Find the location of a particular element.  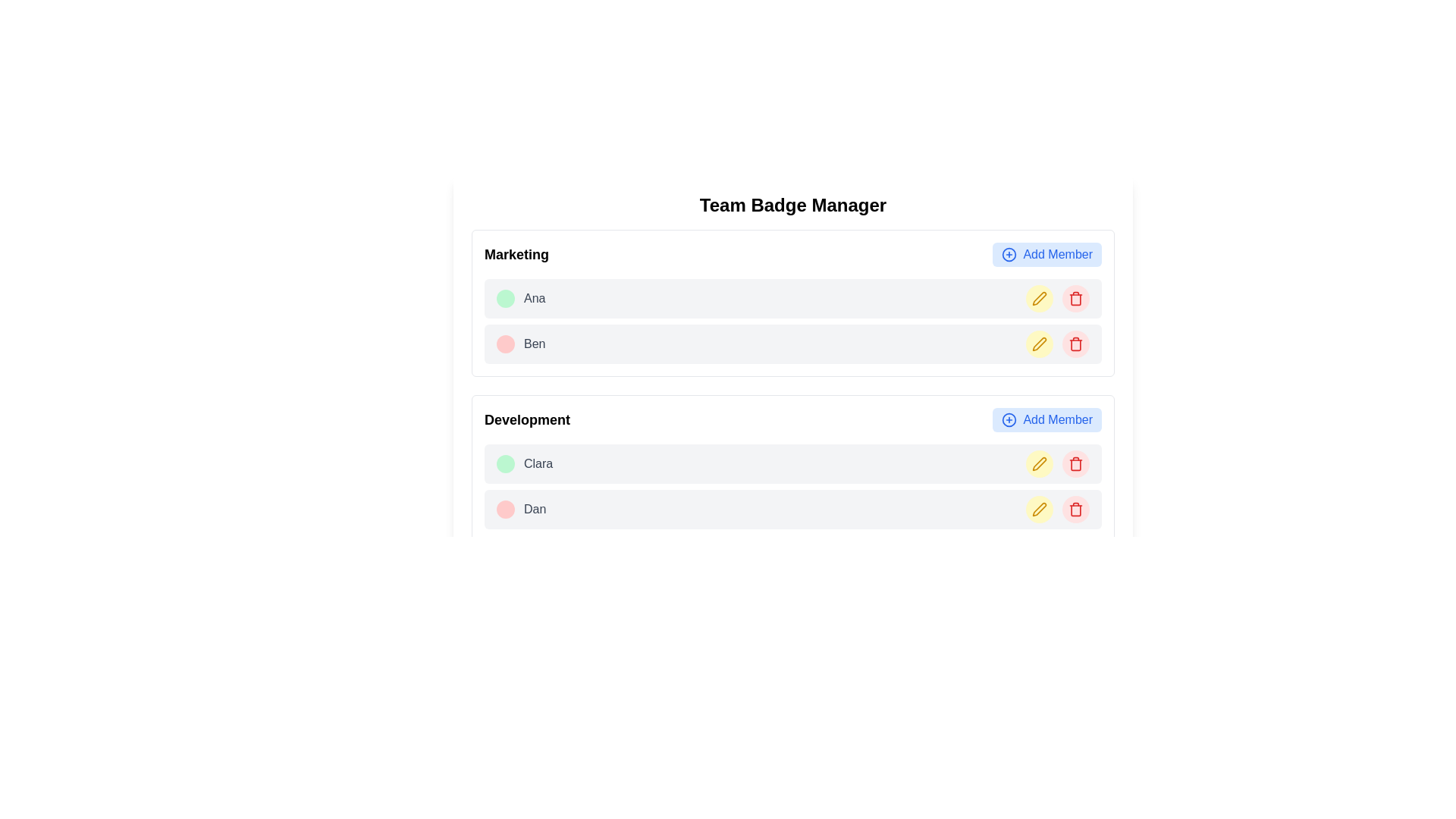

the 'Add Member' icon located on the left side of the button in the upper-right corner of the 'Marketing' section is located at coordinates (1009, 253).